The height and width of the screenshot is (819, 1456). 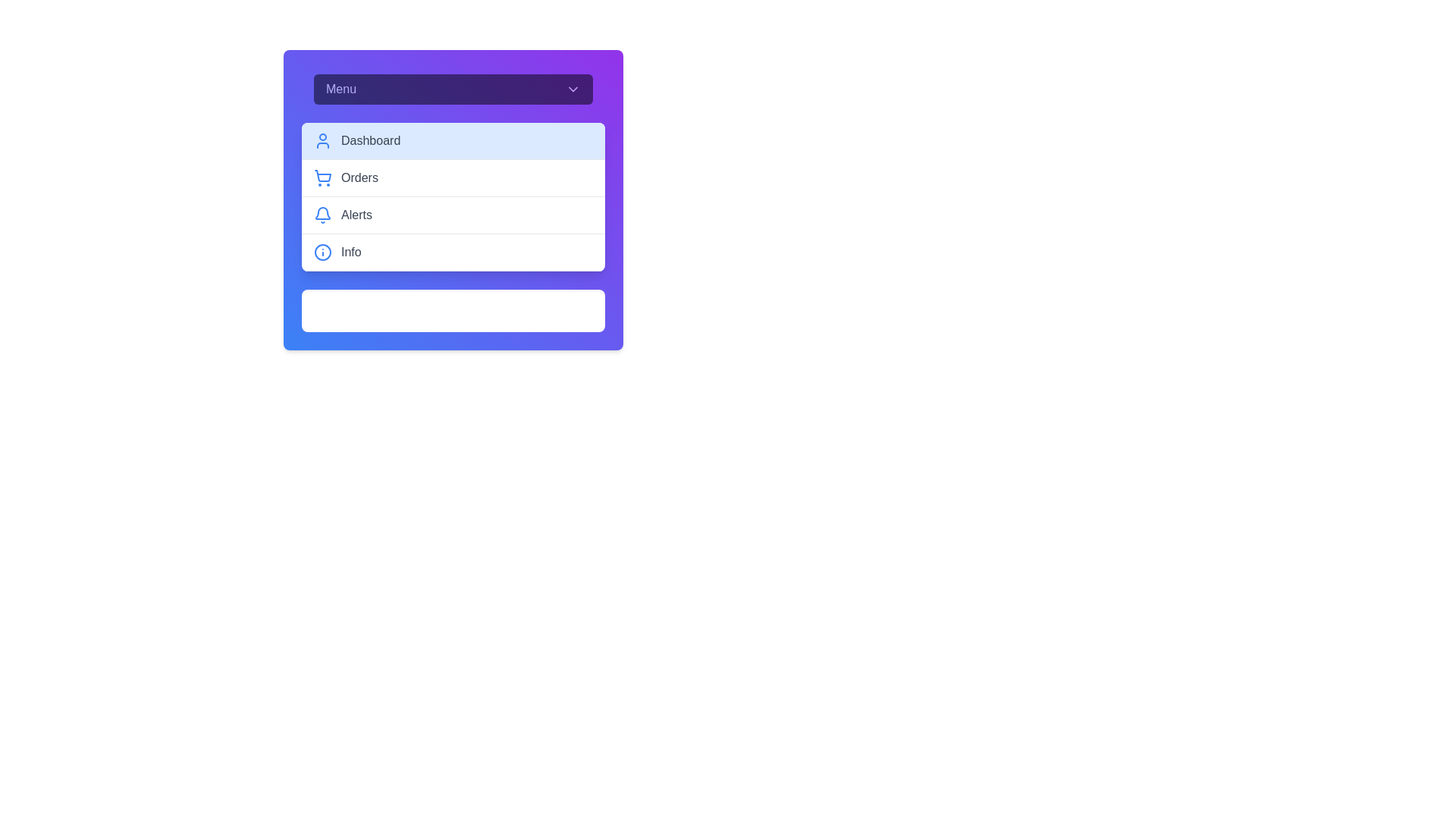 I want to click on the third menu item labeled 'Alerts', so click(x=453, y=199).